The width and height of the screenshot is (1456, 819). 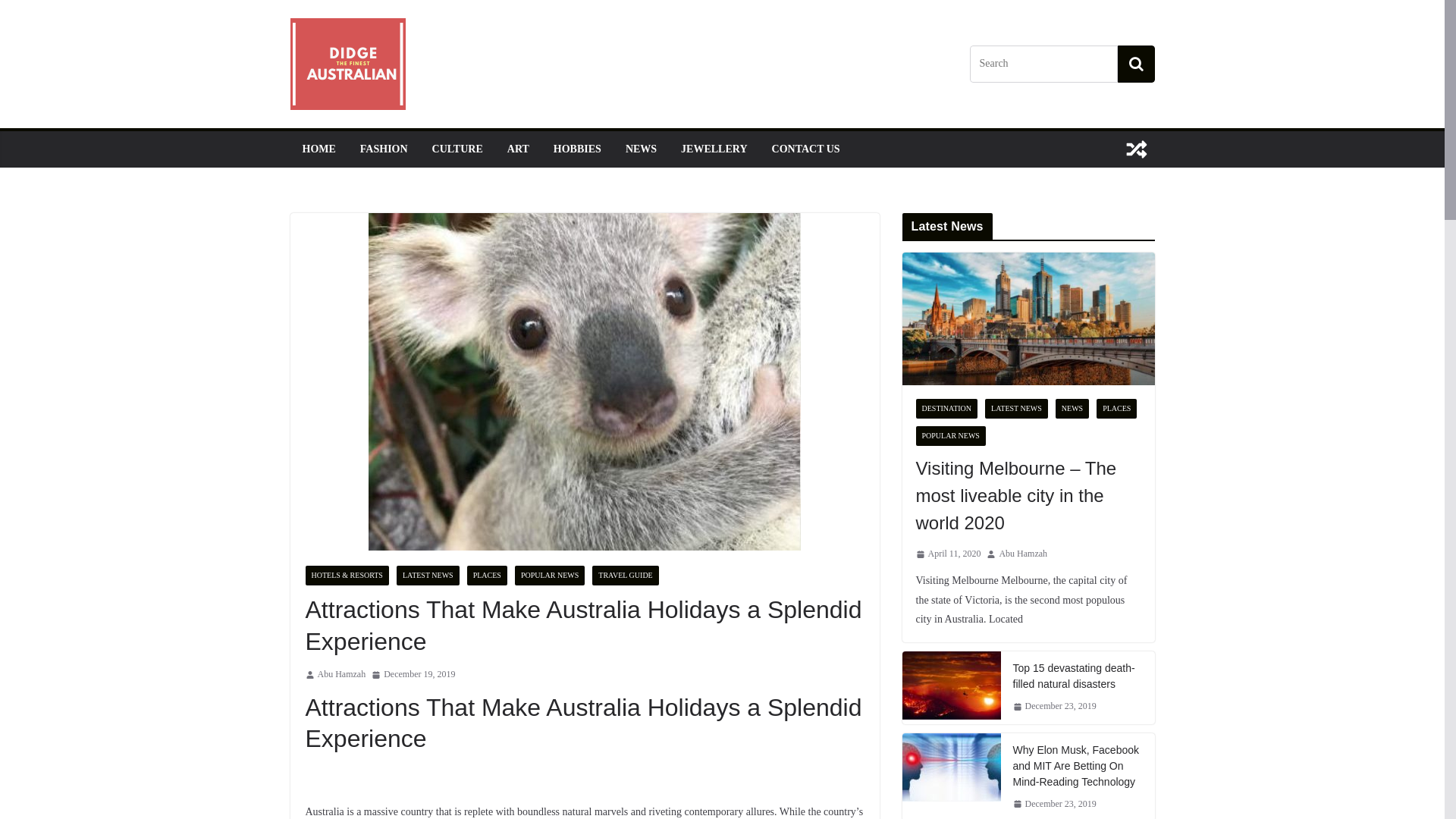 What do you see at coordinates (1022, 554) in the screenshot?
I see `'Abu Hamzah'` at bounding box center [1022, 554].